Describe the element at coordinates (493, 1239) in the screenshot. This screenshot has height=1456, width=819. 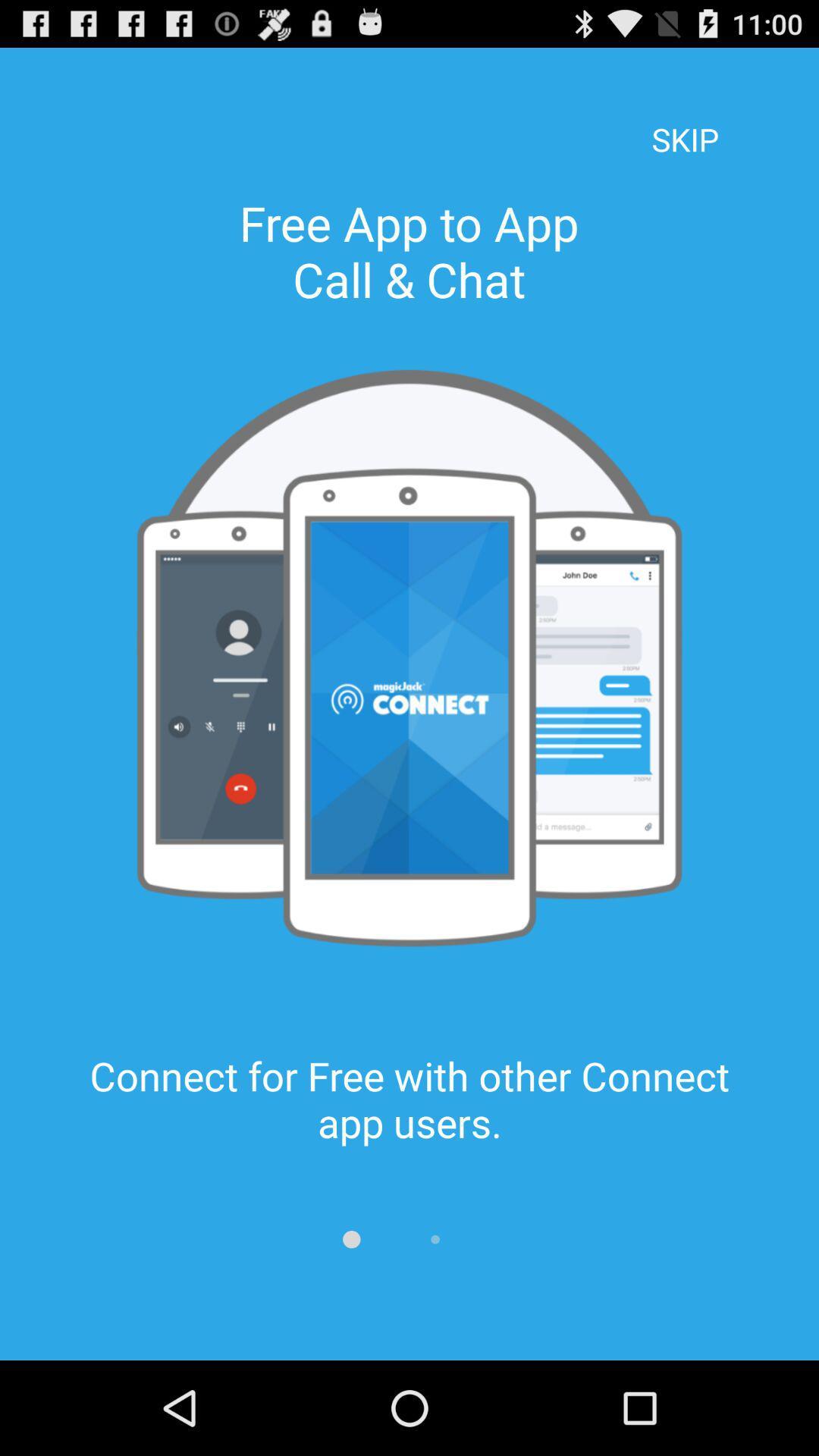
I see `item below connect for free` at that location.